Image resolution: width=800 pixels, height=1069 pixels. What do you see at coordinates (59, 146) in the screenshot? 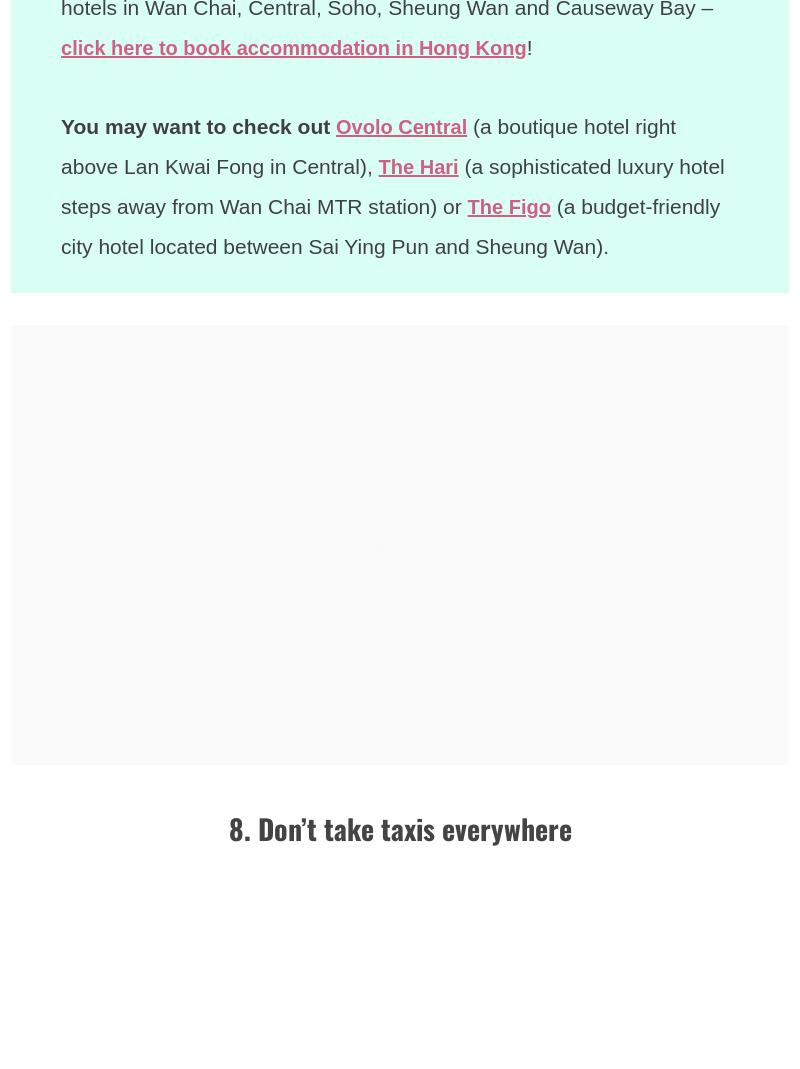
I see `'(a boutique hotel right above Lan Kwai Fong in Central),'` at bounding box center [59, 146].